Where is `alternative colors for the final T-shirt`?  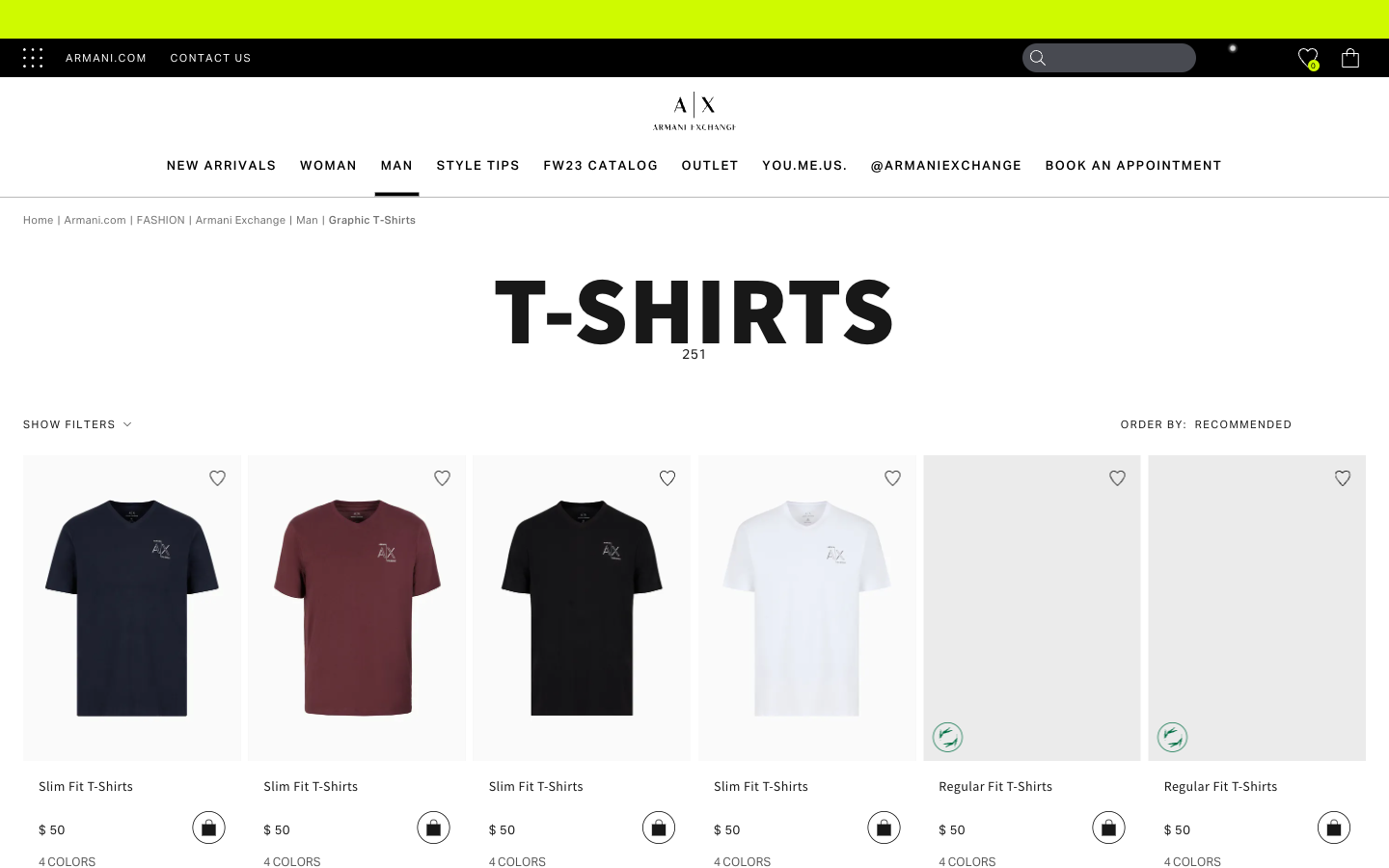
alternative colors for the final T-shirt is located at coordinates (1191, 860).